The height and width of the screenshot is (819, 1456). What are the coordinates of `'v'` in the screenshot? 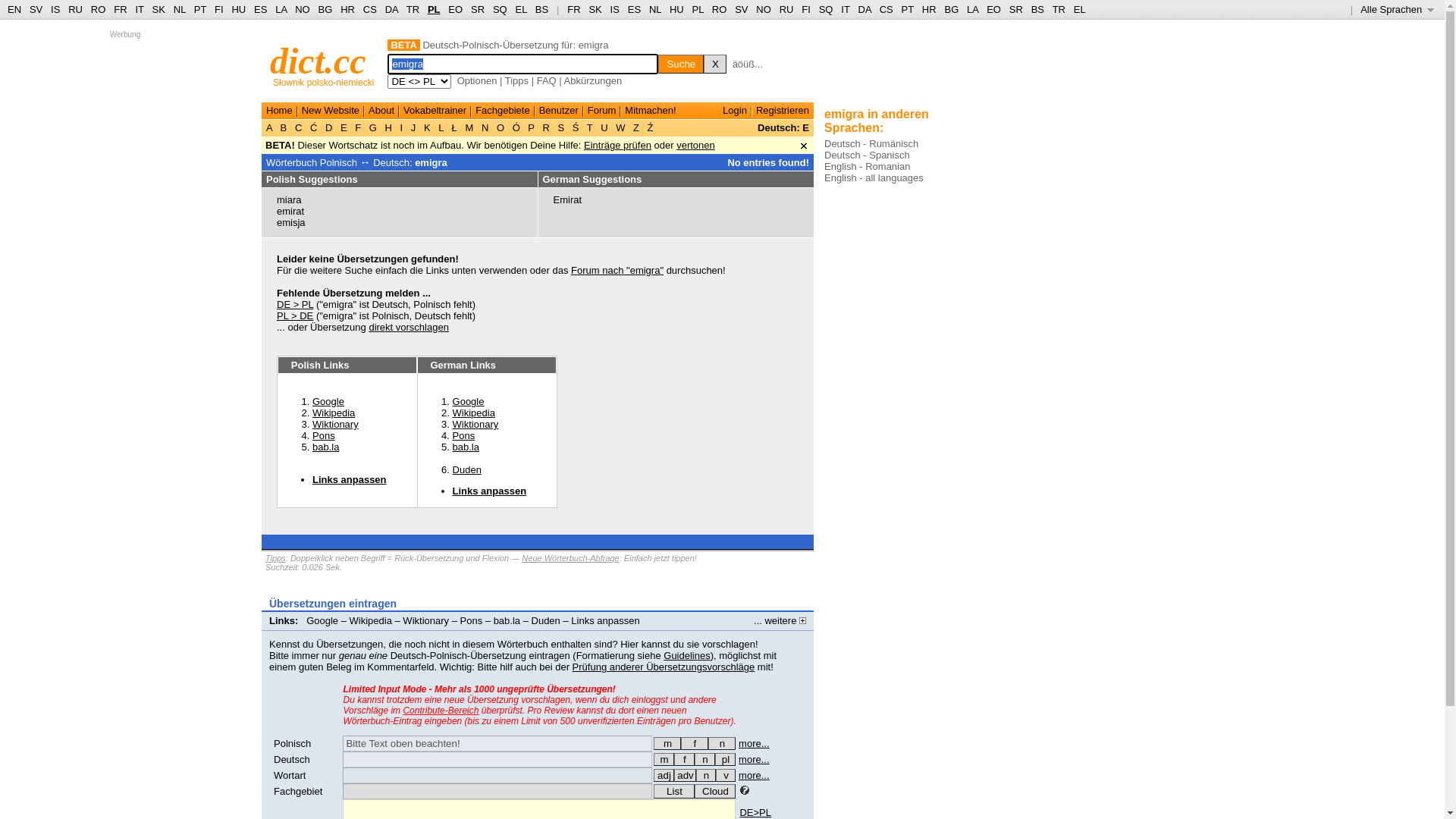 It's located at (724, 775).